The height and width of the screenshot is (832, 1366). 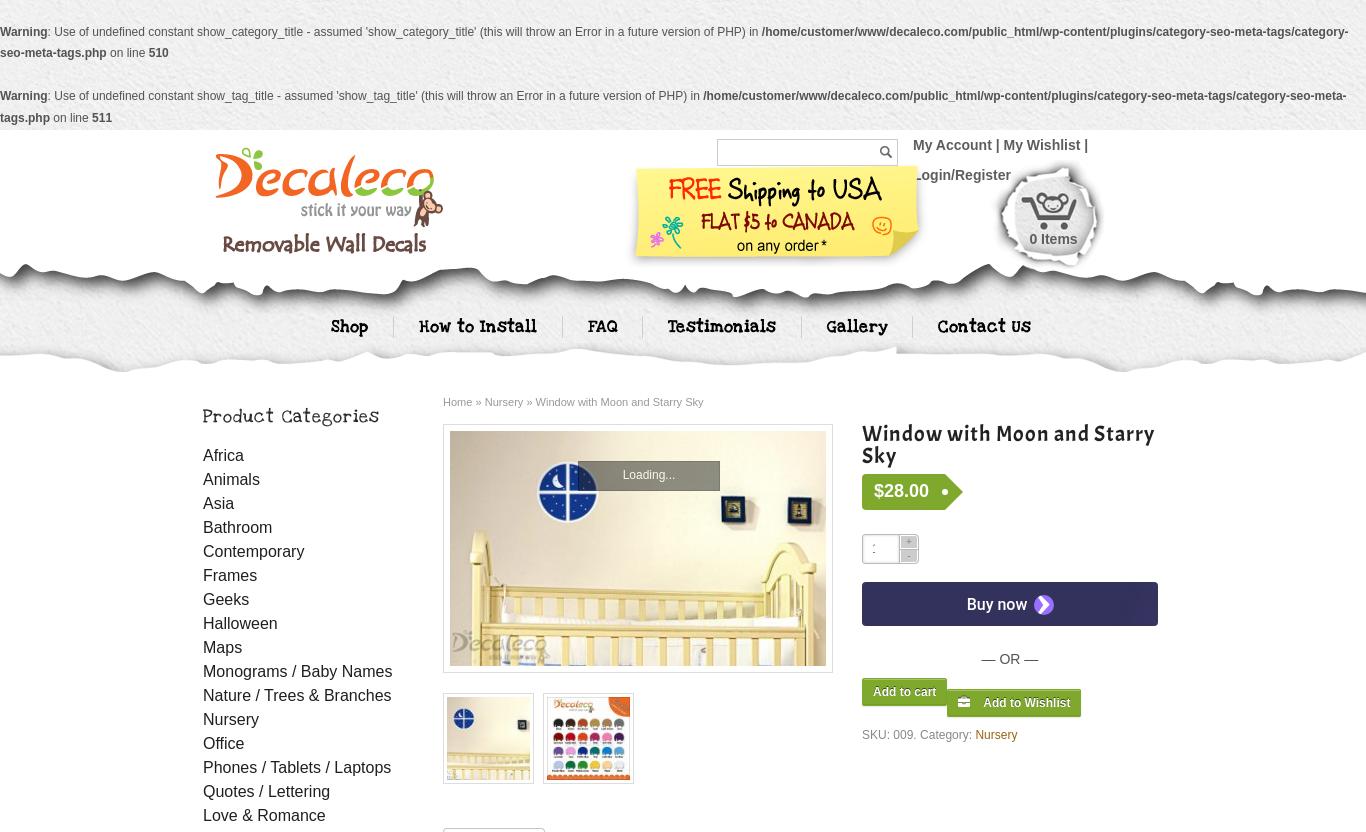 What do you see at coordinates (961, 172) in the screenshot?
I see `'Login/Register'` at bounding box center [961, 172].